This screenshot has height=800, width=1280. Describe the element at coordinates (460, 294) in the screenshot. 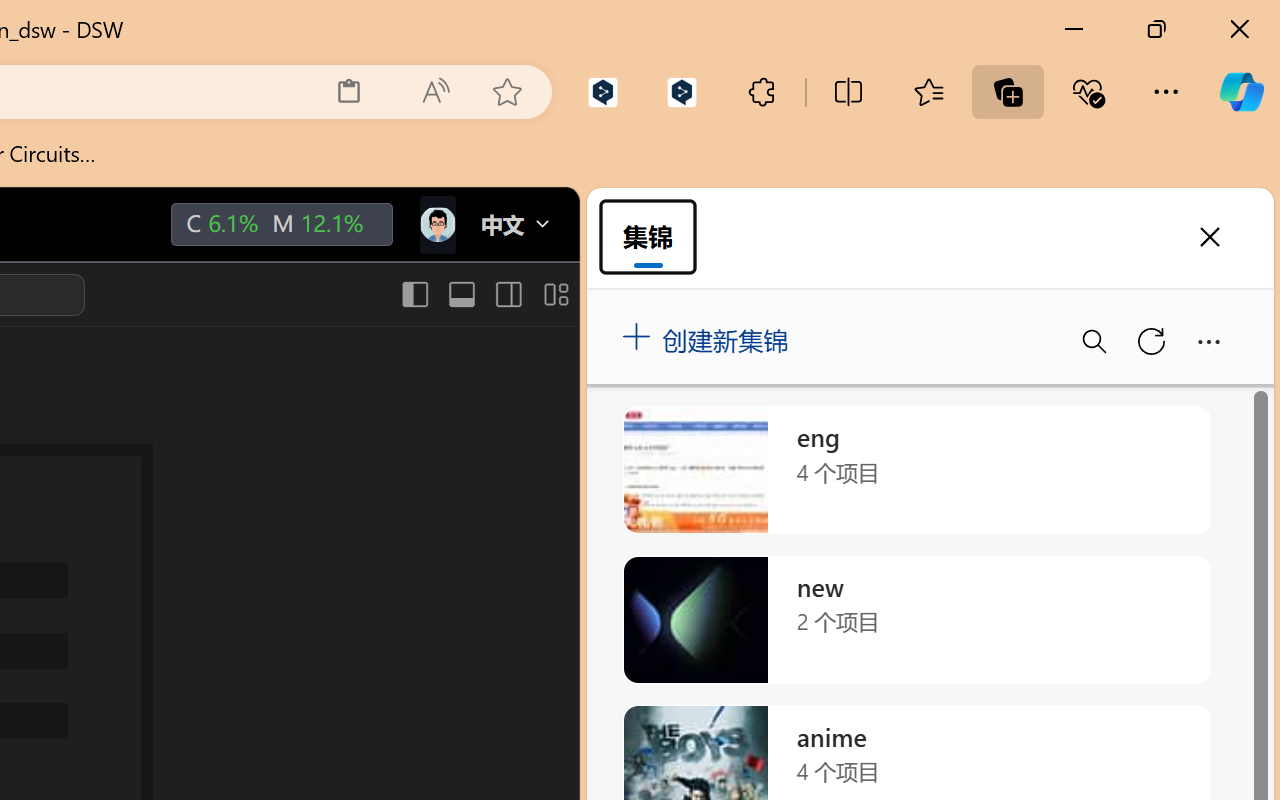

I see `'Toggle Panel (Ctrl+J)'` at that location.